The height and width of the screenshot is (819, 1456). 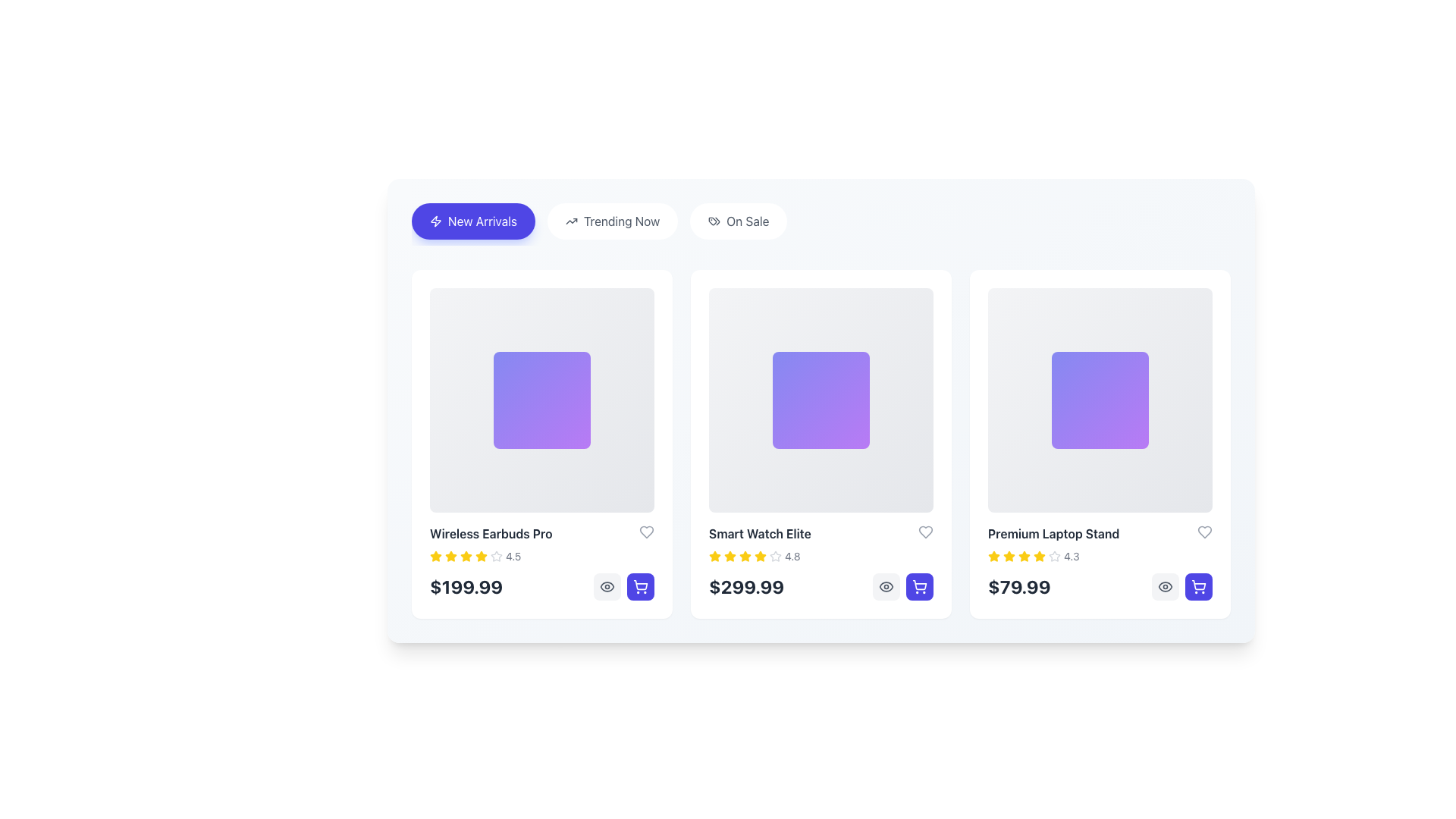 What do you see at coordinates (450, 556) in the screenshot?
I see `the third star icon representing the visual rating of the product 'Wireless Earbuds Pro' in the ratings section of the first card` at bounding box center [450, 556].